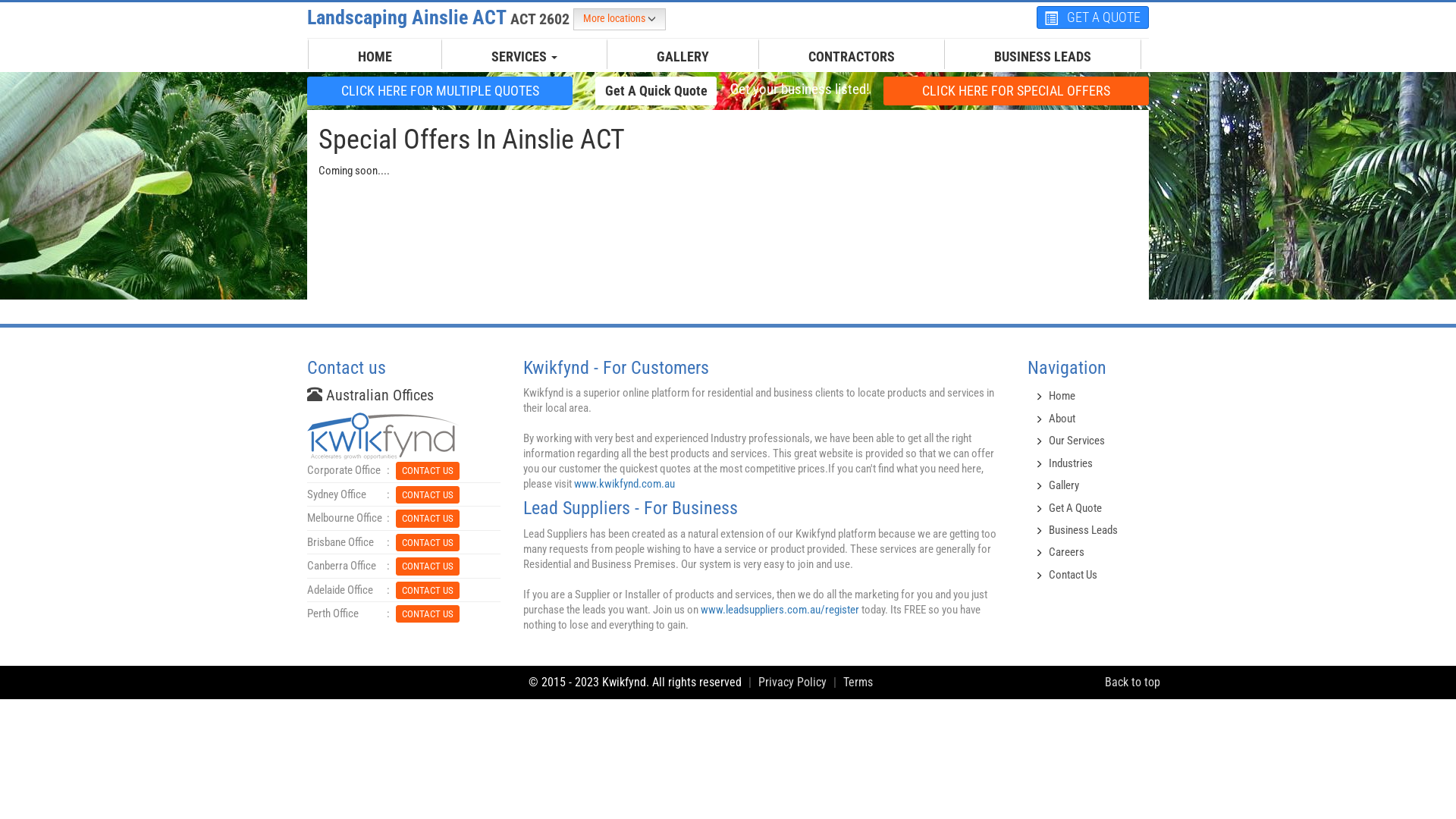  Describe the element at coordinates (792, 681) in the screenshot. I see `'Privacy Policy'` at that location.